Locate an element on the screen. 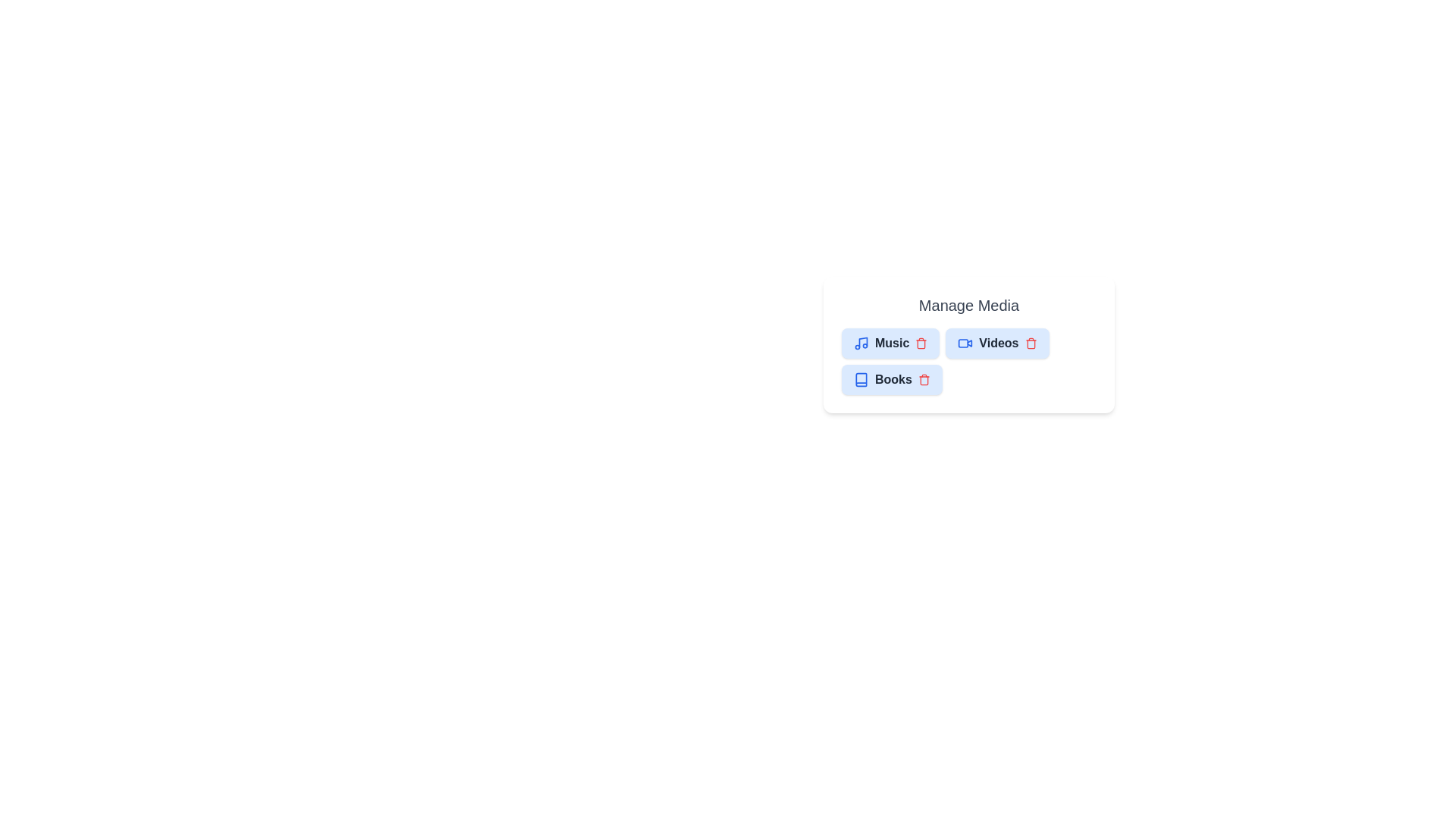 The image size is (1456, 819). the delete button of the chip labeled Music is located at coordinates (921, 343).